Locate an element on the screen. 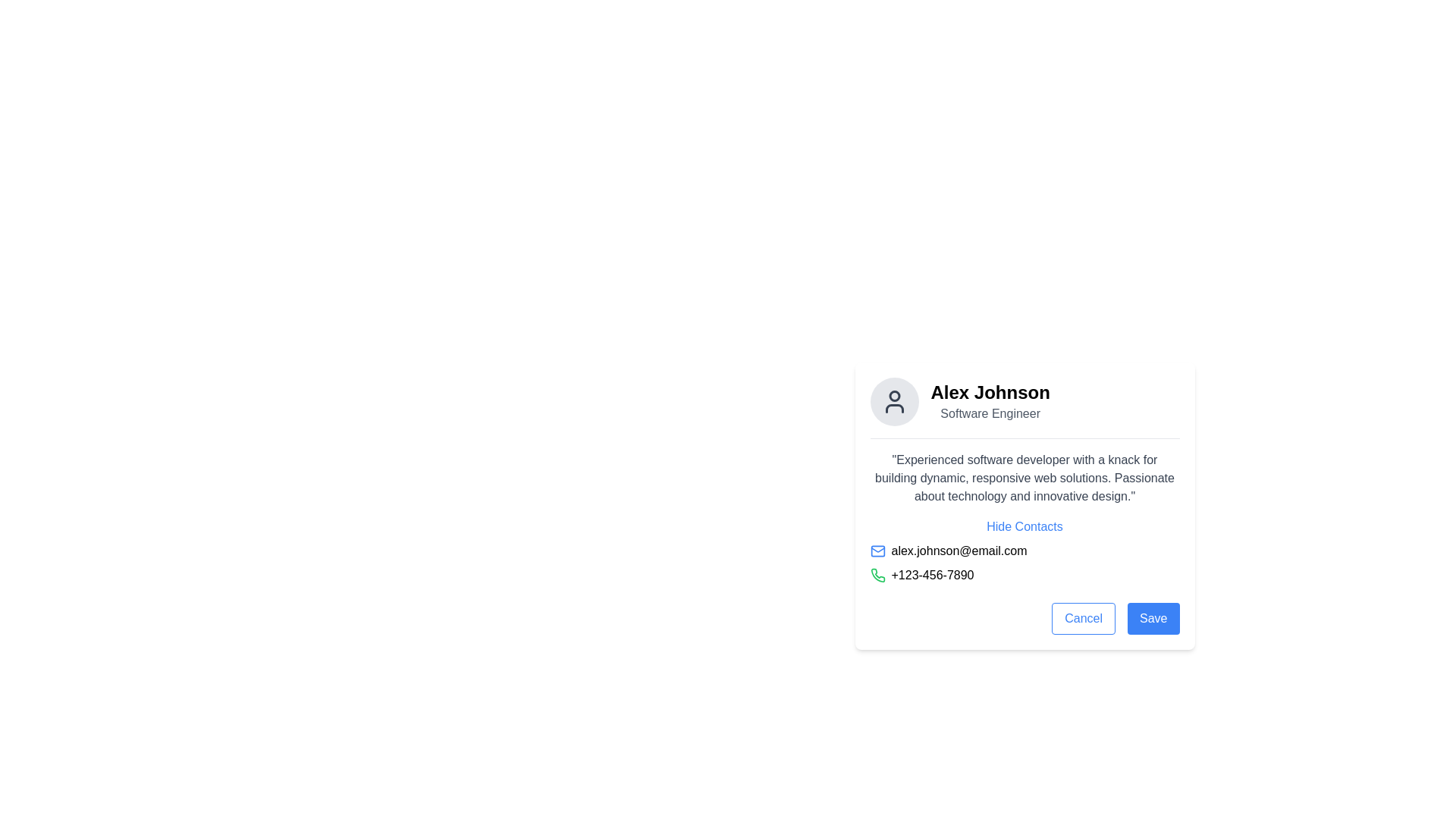 This screenshot has height=819, width=1456. the 'Save' button located at the bottom-right of the form to observe its hover state effect is located at coordinates (1153, 619).